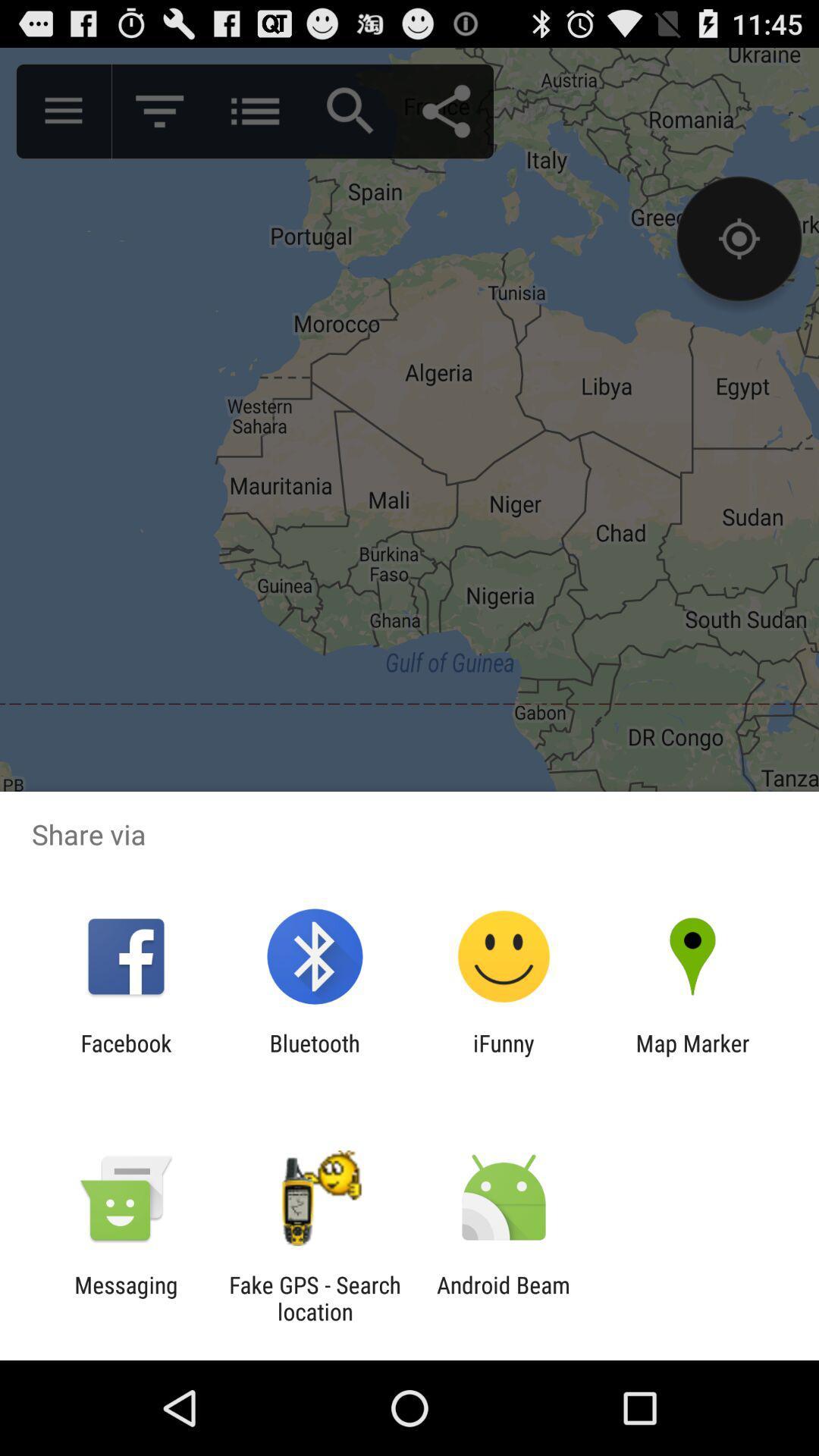 The width and height of the screenshot is (819, 1456). Describe the element at coordinates (504, 1056) in the screenshot. I see `the item next to map marker` at that location.